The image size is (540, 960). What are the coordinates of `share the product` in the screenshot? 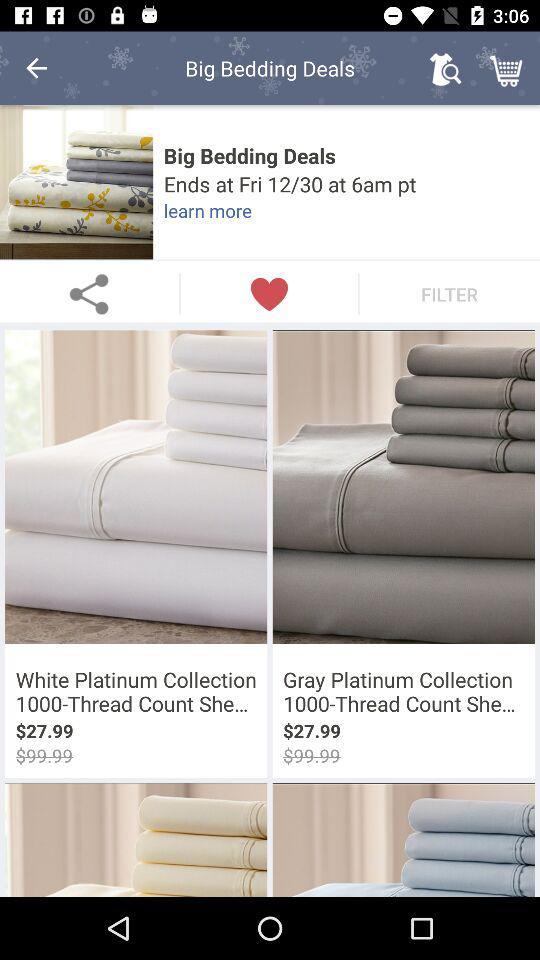 It's located at (88, 293).